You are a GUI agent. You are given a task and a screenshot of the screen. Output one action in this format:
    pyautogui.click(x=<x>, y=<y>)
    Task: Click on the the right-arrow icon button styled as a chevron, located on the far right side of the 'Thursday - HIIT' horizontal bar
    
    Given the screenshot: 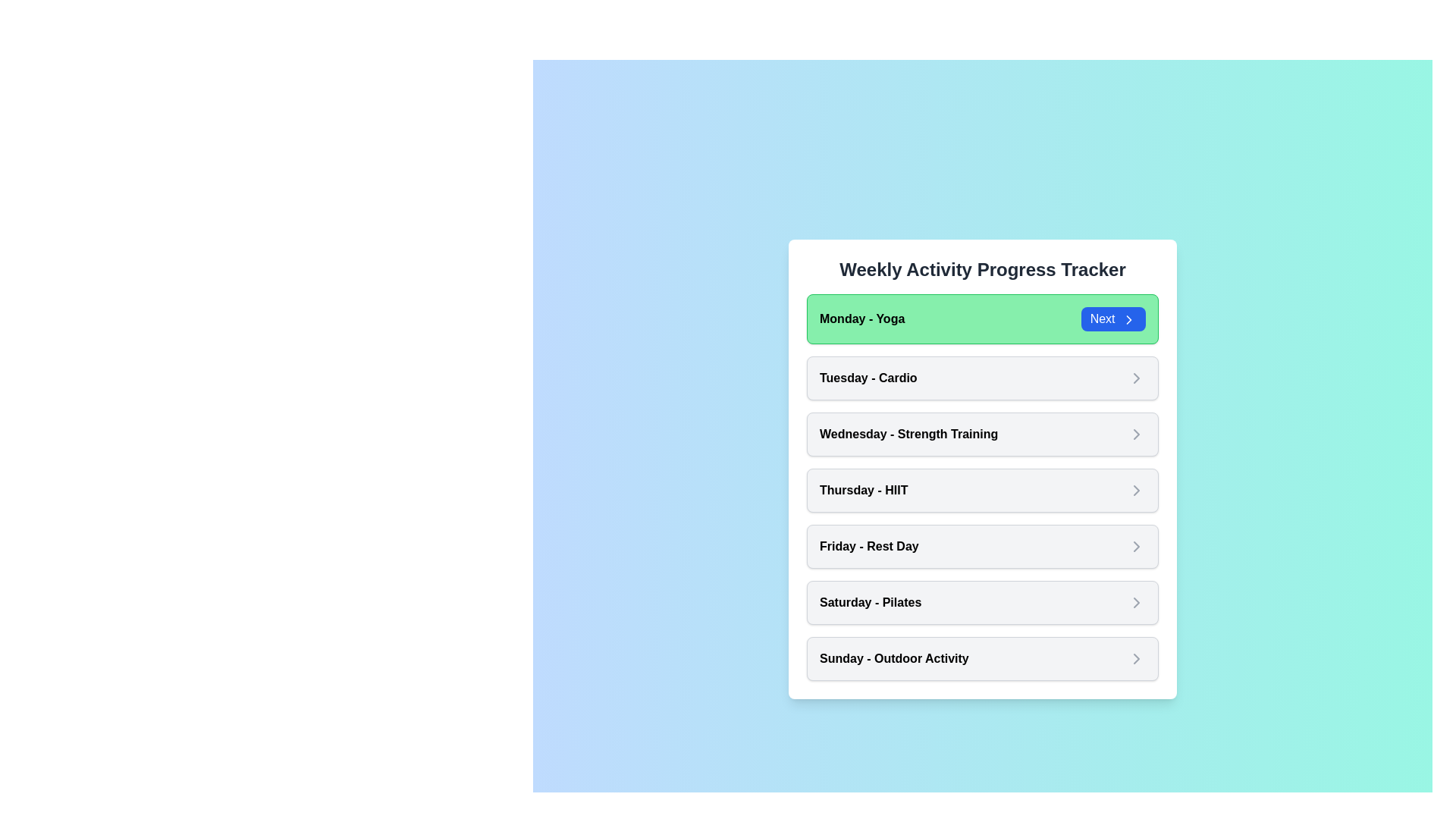 What is the action you would take?
    pyautogui.click(x=1136, y=491)
    